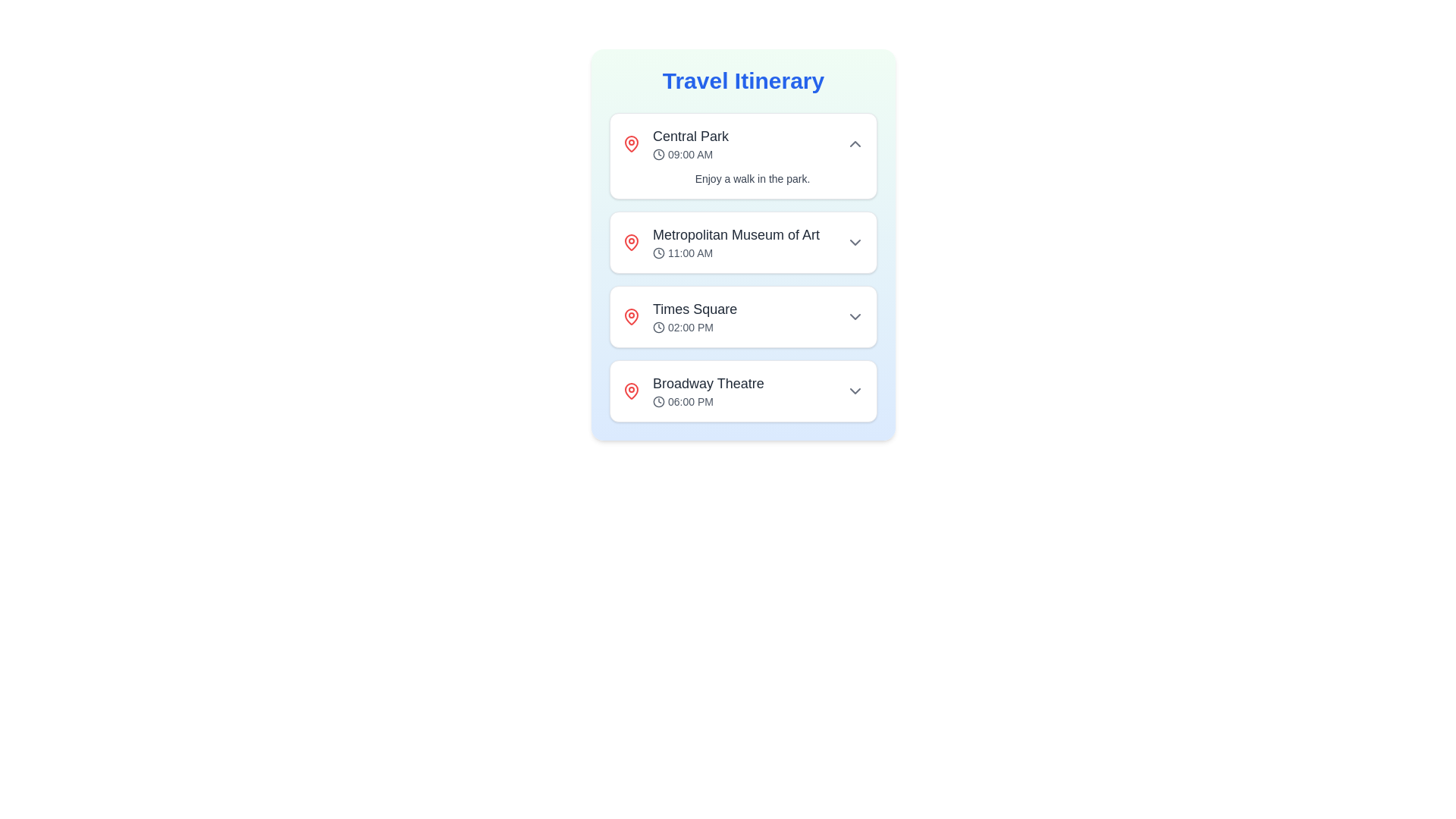 Image resolution: width=1456 pixels, height=819 pixels. What do you see at coordinates (658, 253) in the screenshot?
I see `the circular graphical element styled as a clock icon within the travel itinerary interface, specifically located under the second itinerary item titled 'Metropolitan Museum of Art' at '11:00 AM'` at bounding box center [658, 253].